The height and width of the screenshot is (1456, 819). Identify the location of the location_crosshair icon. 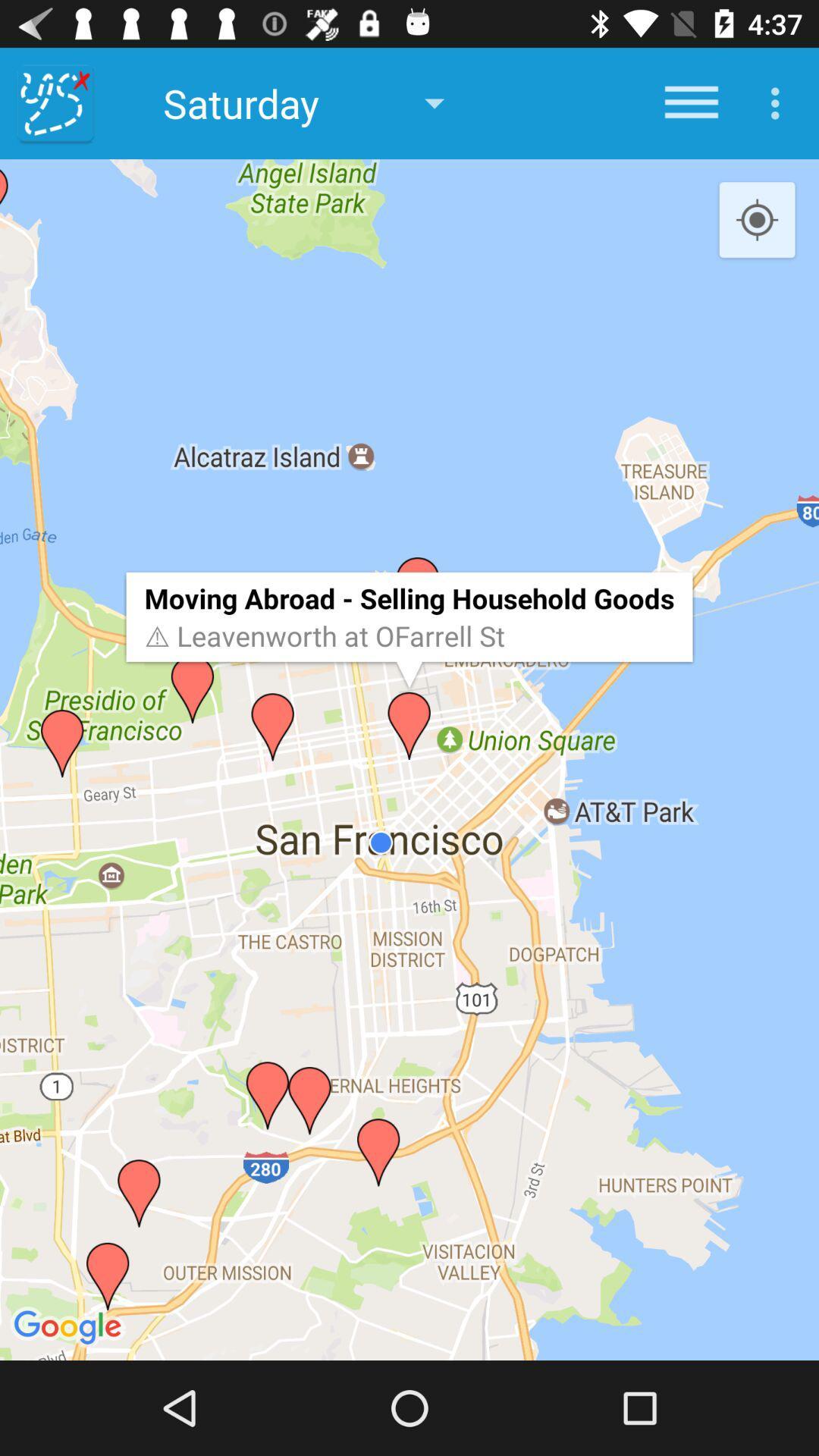
(757, 220).